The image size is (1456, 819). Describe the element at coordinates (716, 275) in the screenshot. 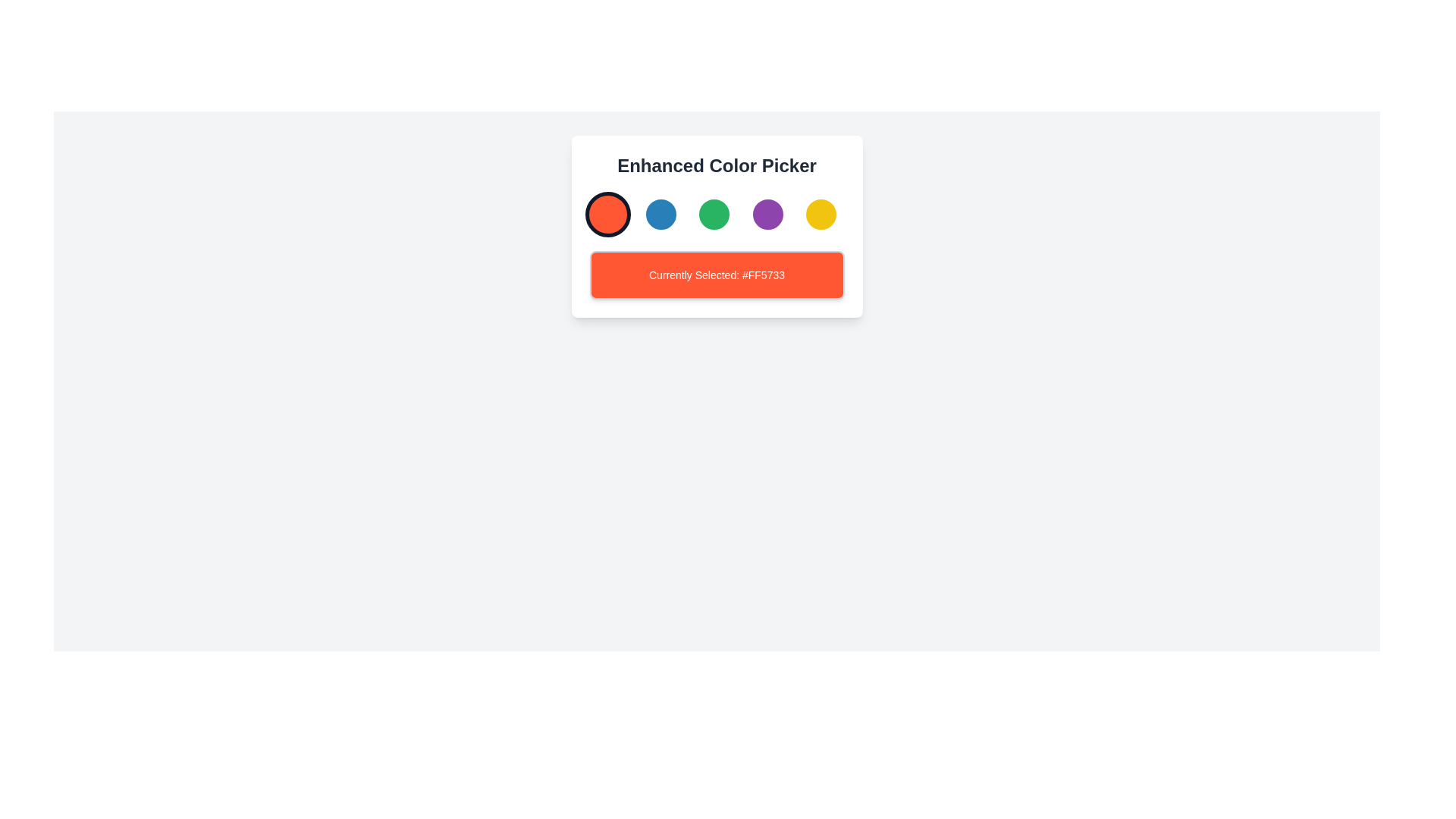

I see `text content displayed in the informational text label located at the bottom section of the rectangular card interface, which shows the currently selected color in textual and hexadecimal format` at that location.